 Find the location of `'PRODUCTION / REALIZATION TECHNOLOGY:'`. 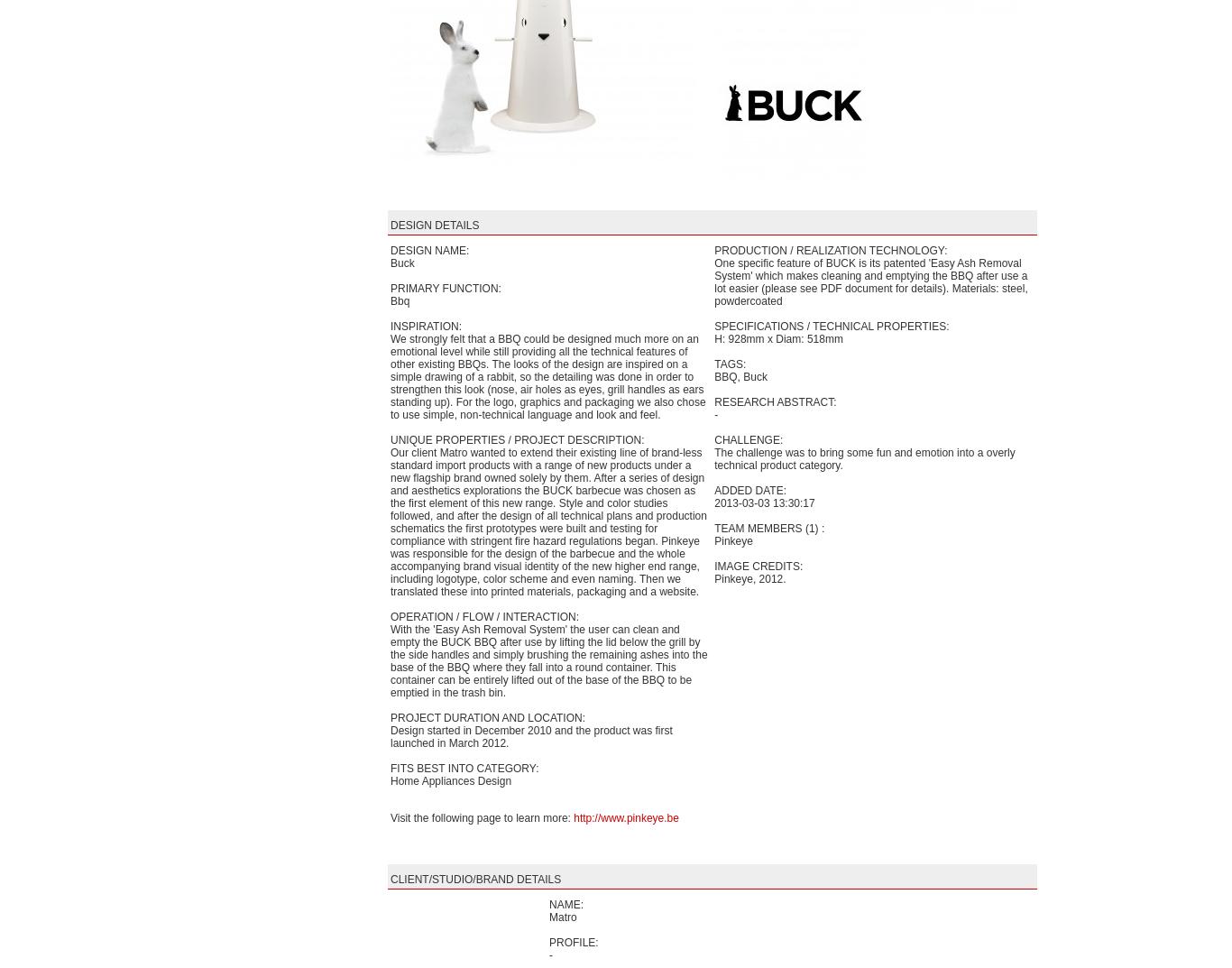

'PRODUCTION / REALIZATION TECHNOLOGY:' is located at coordinates (830, 250).